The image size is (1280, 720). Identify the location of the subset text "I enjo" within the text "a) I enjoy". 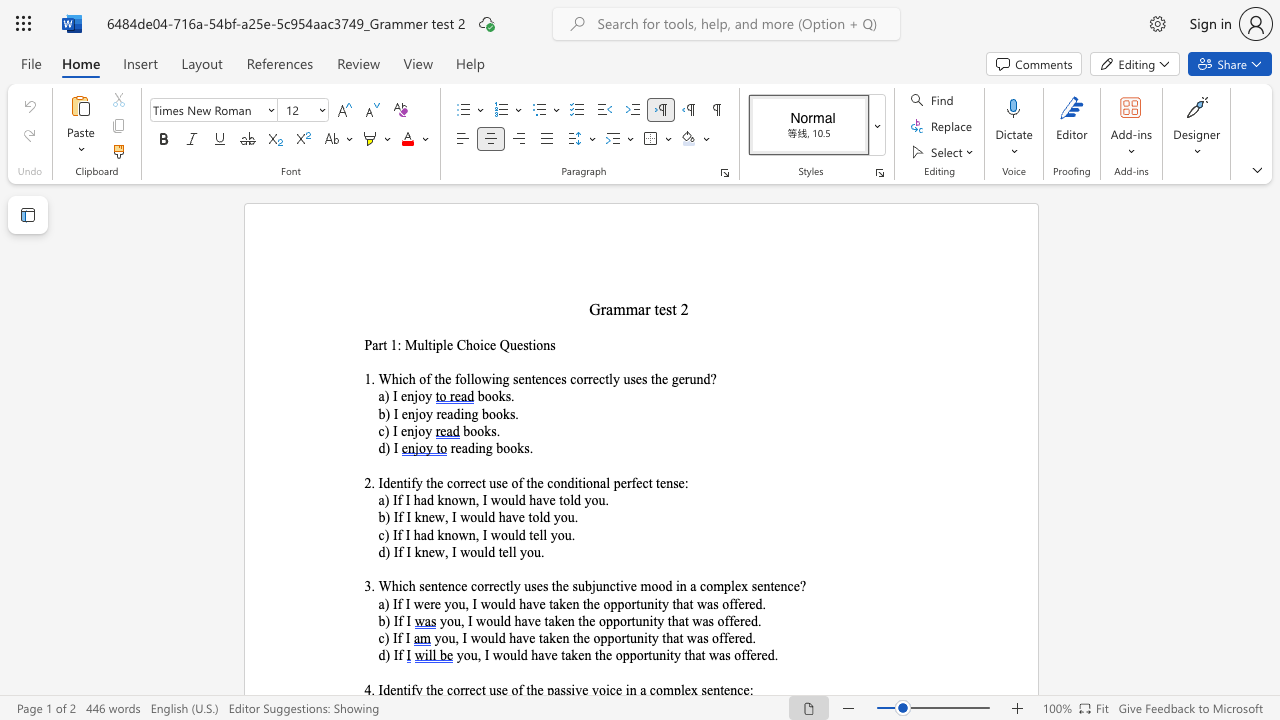
(392, 397).